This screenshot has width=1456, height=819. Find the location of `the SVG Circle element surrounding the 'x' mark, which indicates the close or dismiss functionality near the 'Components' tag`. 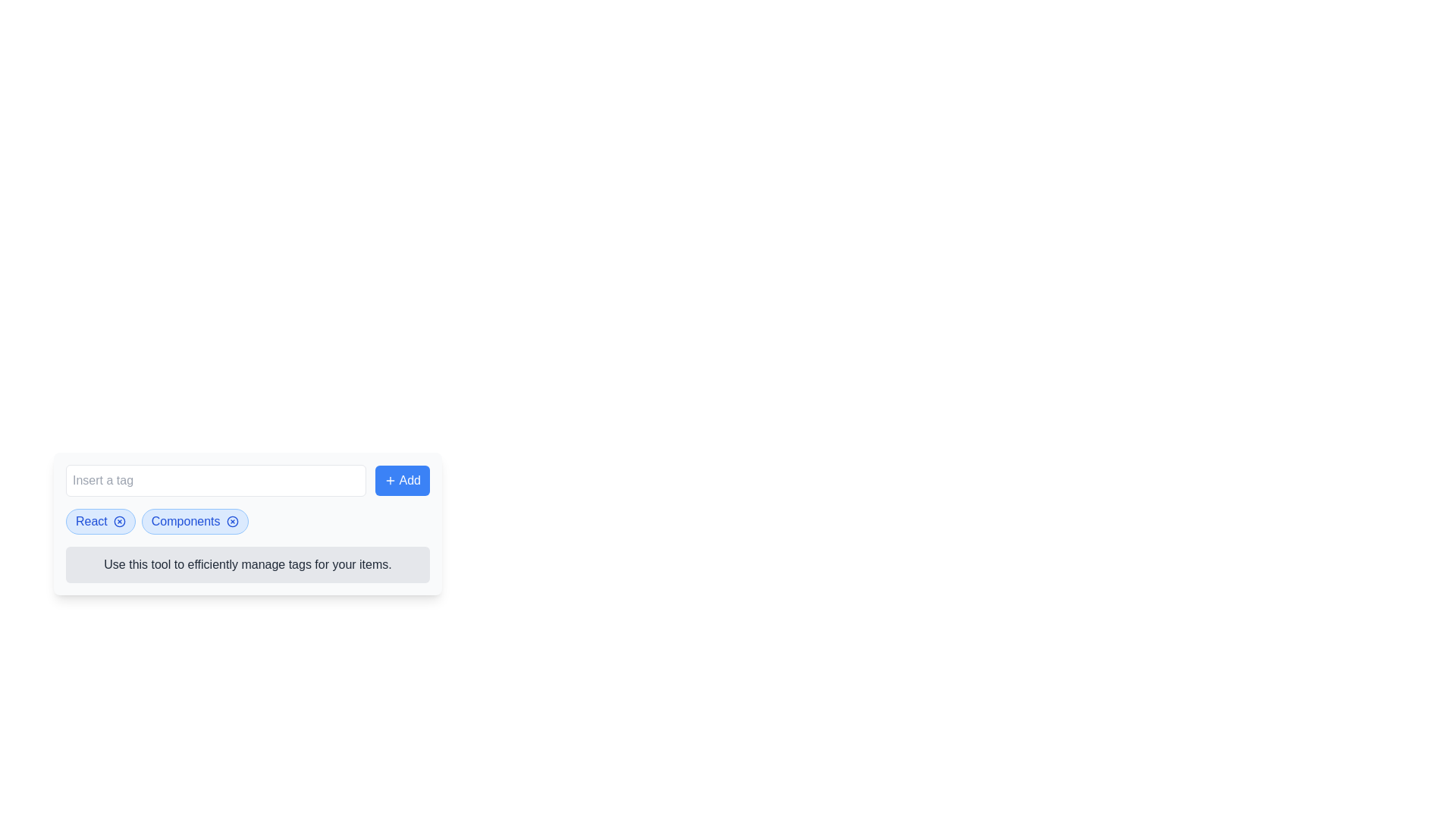

the SVG Circle element surrounding the 'x' mark, which indicates the close or dismiss functionality near the 'Components' tag is located at coordinates (231, 520).